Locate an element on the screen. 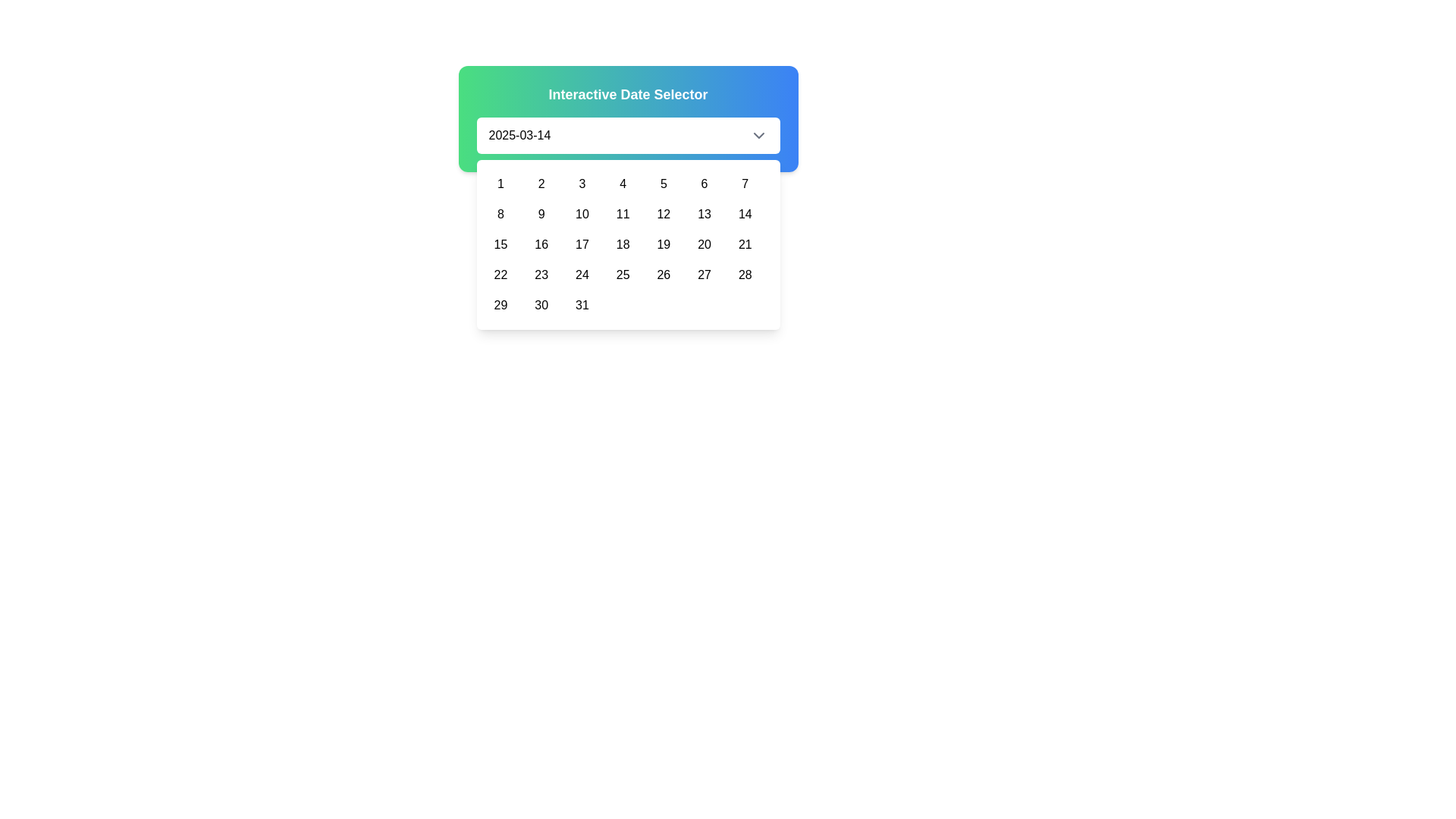  the button for the 9th day of the month in the date-picker interface is located at coordinates (541, 214).